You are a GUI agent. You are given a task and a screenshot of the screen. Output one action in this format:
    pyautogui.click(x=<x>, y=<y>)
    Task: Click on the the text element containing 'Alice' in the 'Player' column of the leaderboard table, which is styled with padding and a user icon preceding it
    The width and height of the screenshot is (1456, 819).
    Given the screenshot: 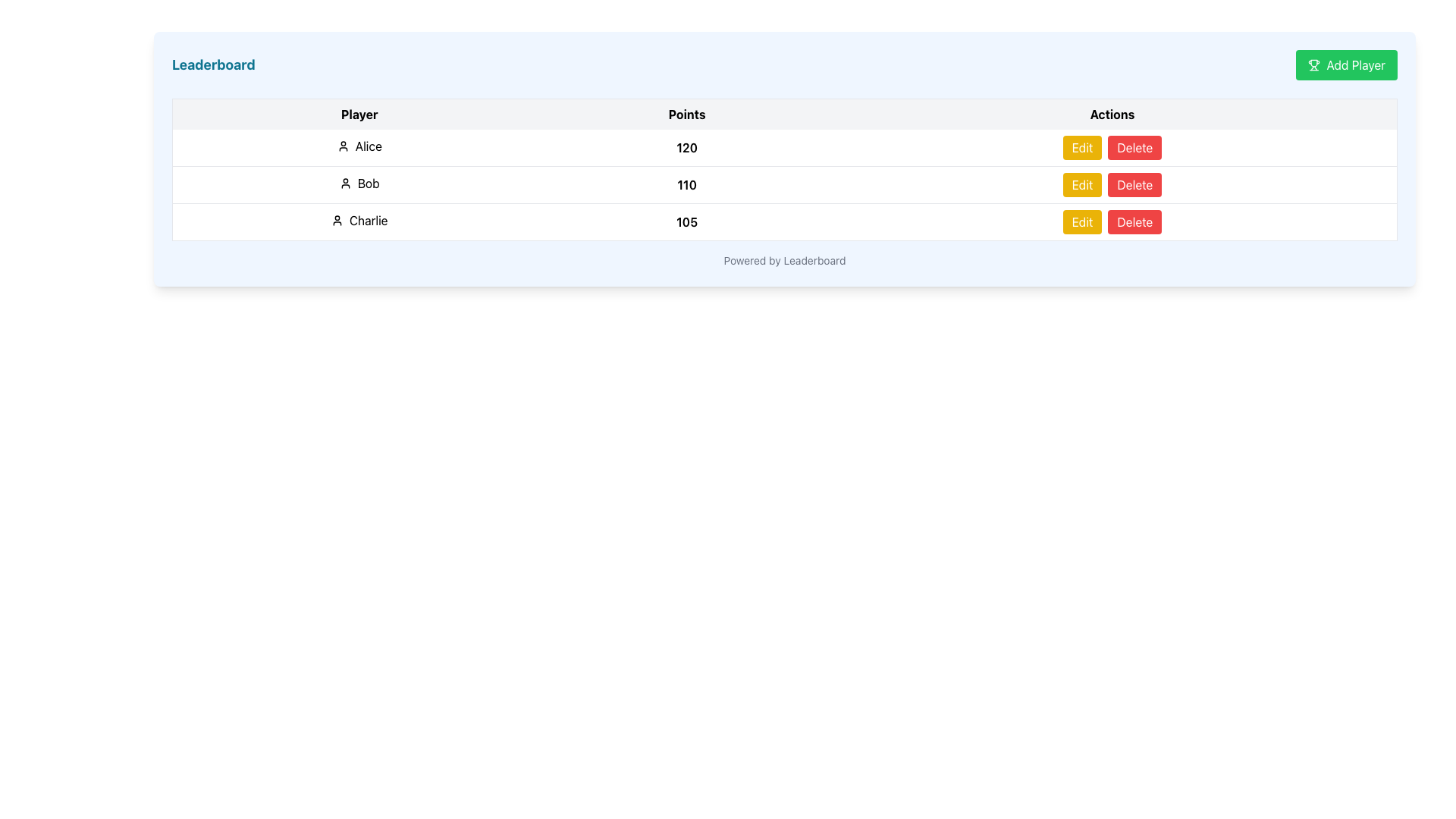 What is the action you would take?
    pyautogui.click(x=359, y=146)
    